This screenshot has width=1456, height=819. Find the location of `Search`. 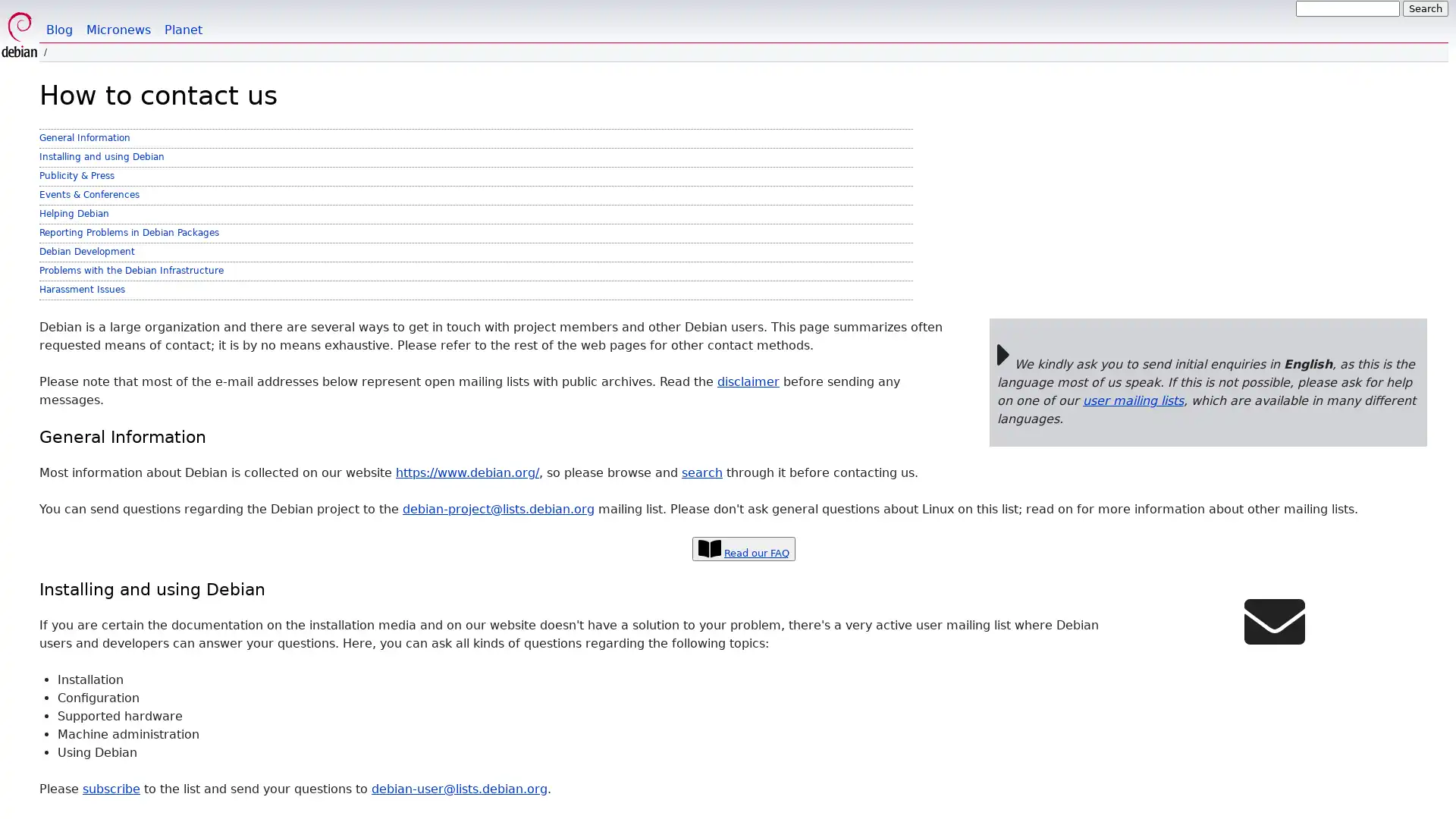

Search is located at coordinates (1425, 8).